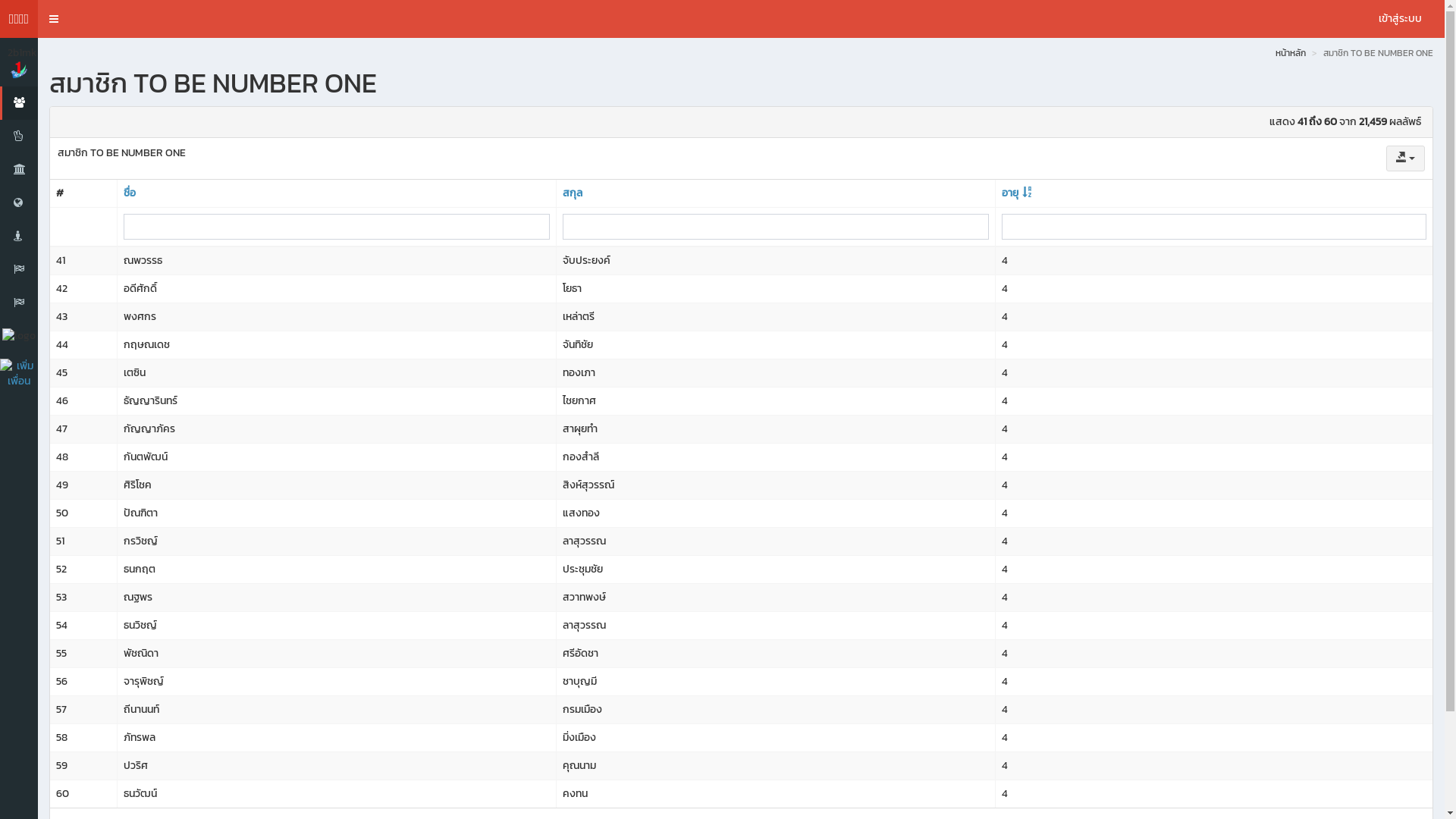 This screenshot has height=819, width=1456. I want to click on 'Toggle navigation', so click(37, 18).